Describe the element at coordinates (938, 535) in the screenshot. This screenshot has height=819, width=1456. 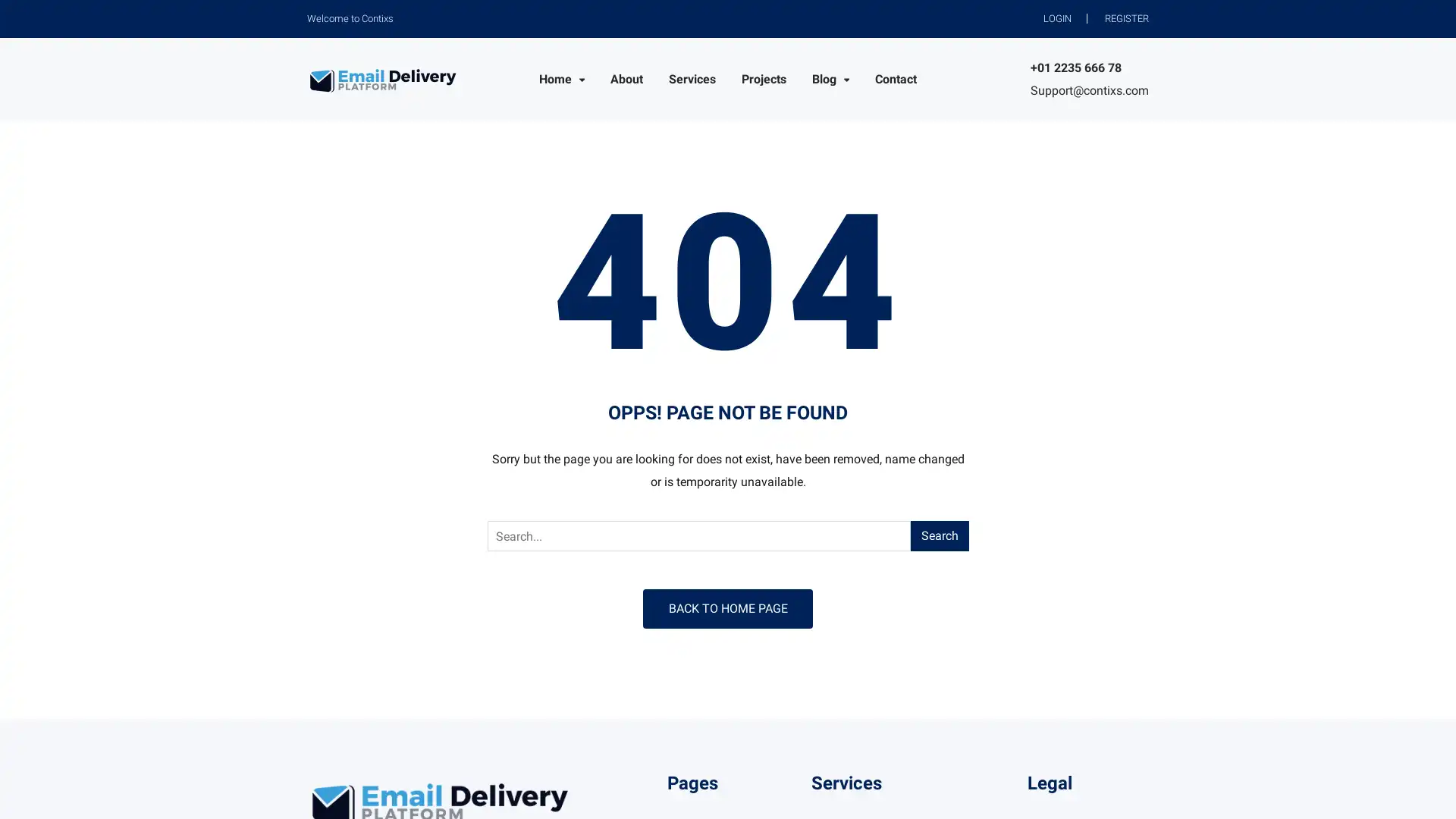
I see `Search` at that location.